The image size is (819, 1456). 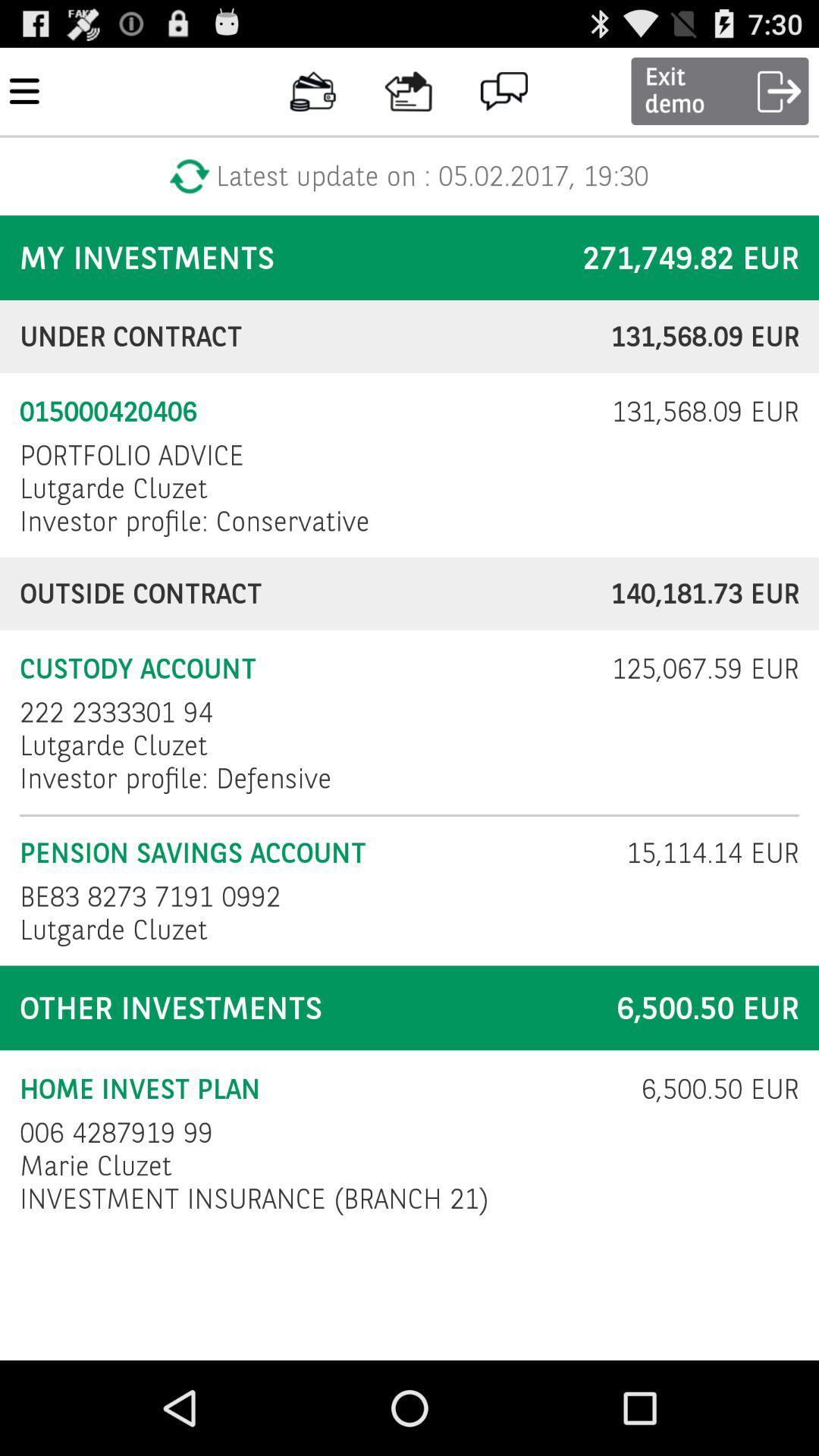 I want to click on the item below marie cluzet icon, so click(x=253, y=1197).